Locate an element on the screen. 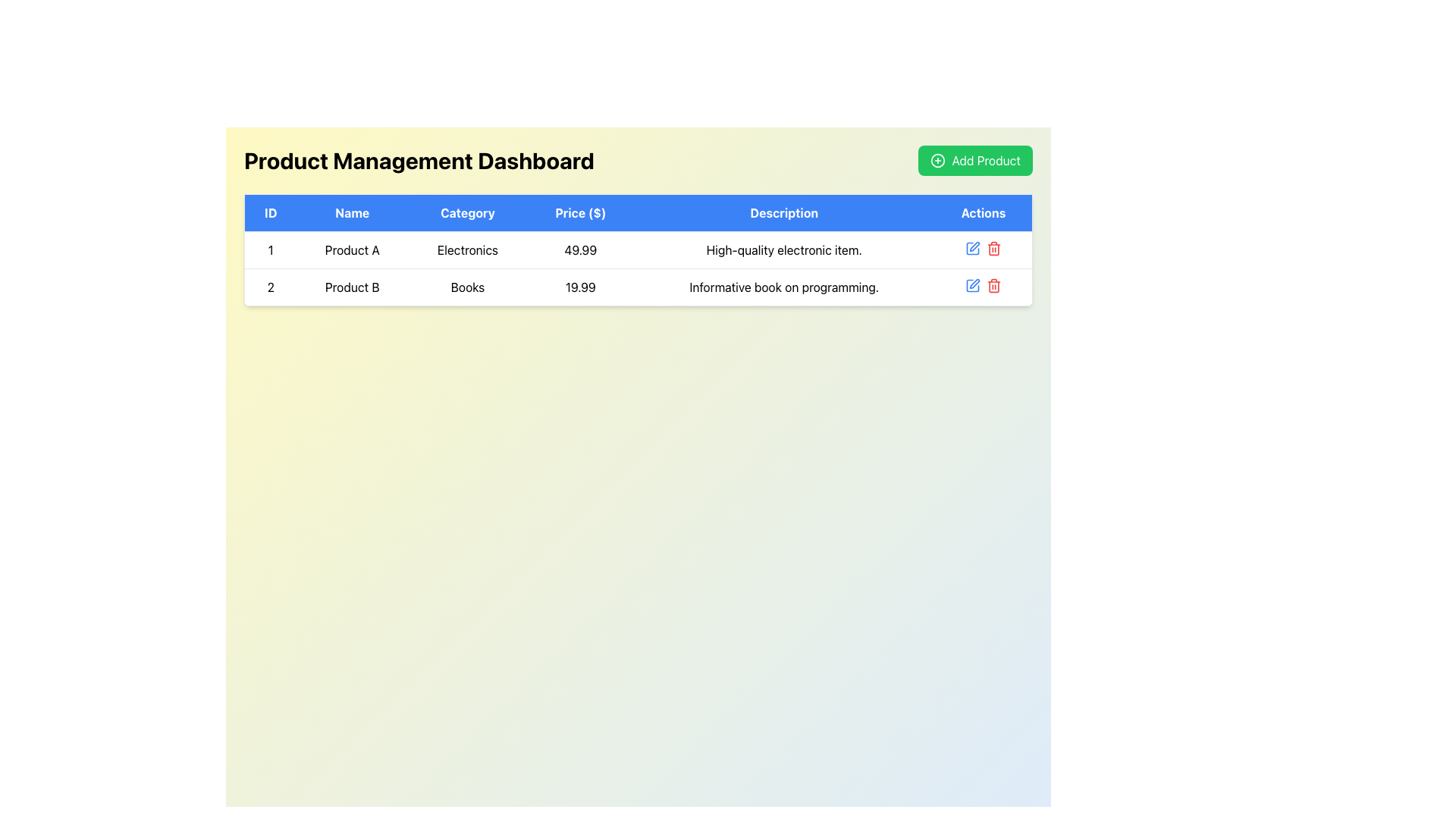 This screenshot has height=819, width=1456. the square frame icon with rounded edges in the 'Actions' column of the second row ('Product B') in the product management table is located at coordinates (972, 247).